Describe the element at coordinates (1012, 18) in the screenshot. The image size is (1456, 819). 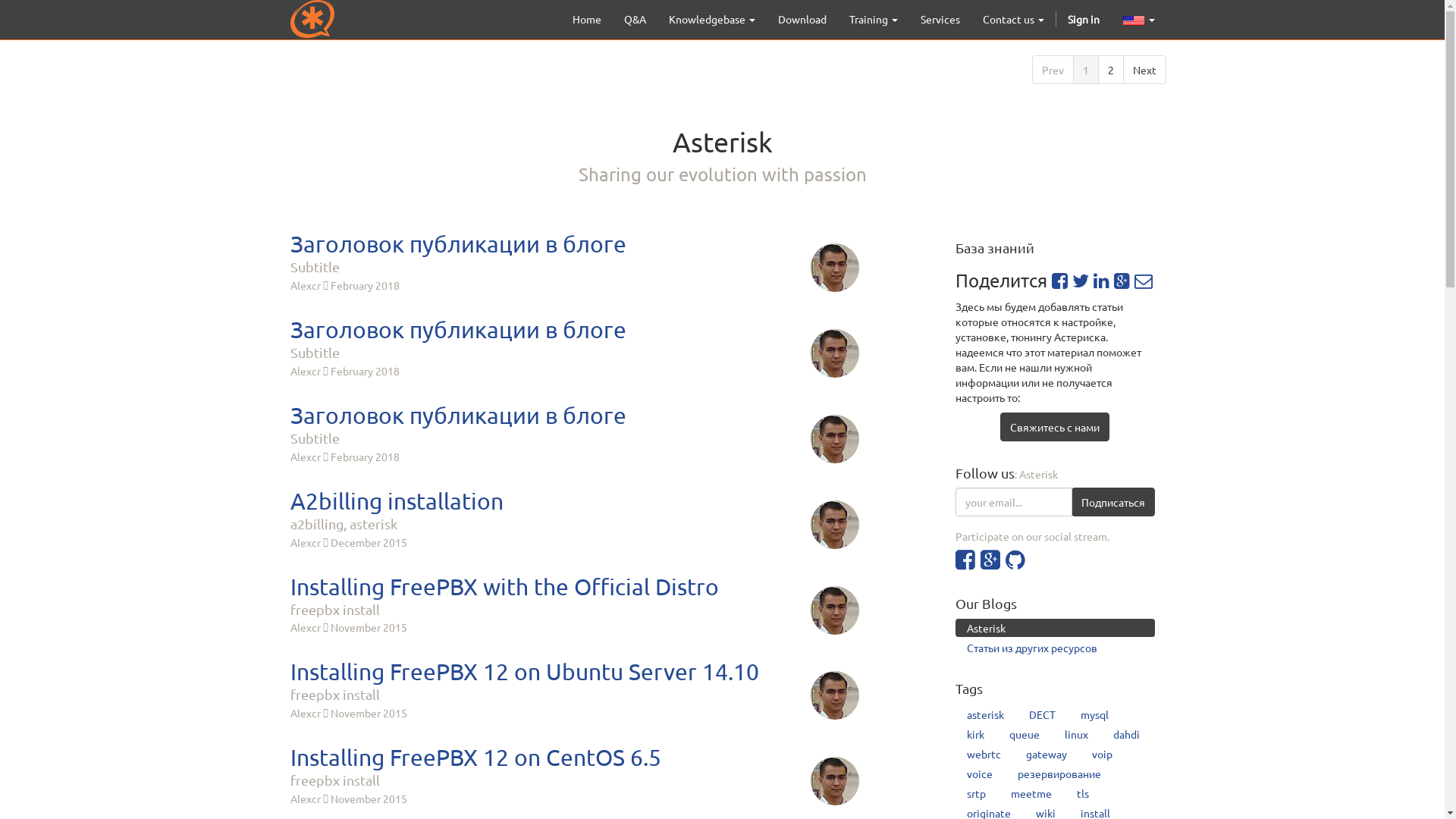
I see `'Contact us'` at that location.